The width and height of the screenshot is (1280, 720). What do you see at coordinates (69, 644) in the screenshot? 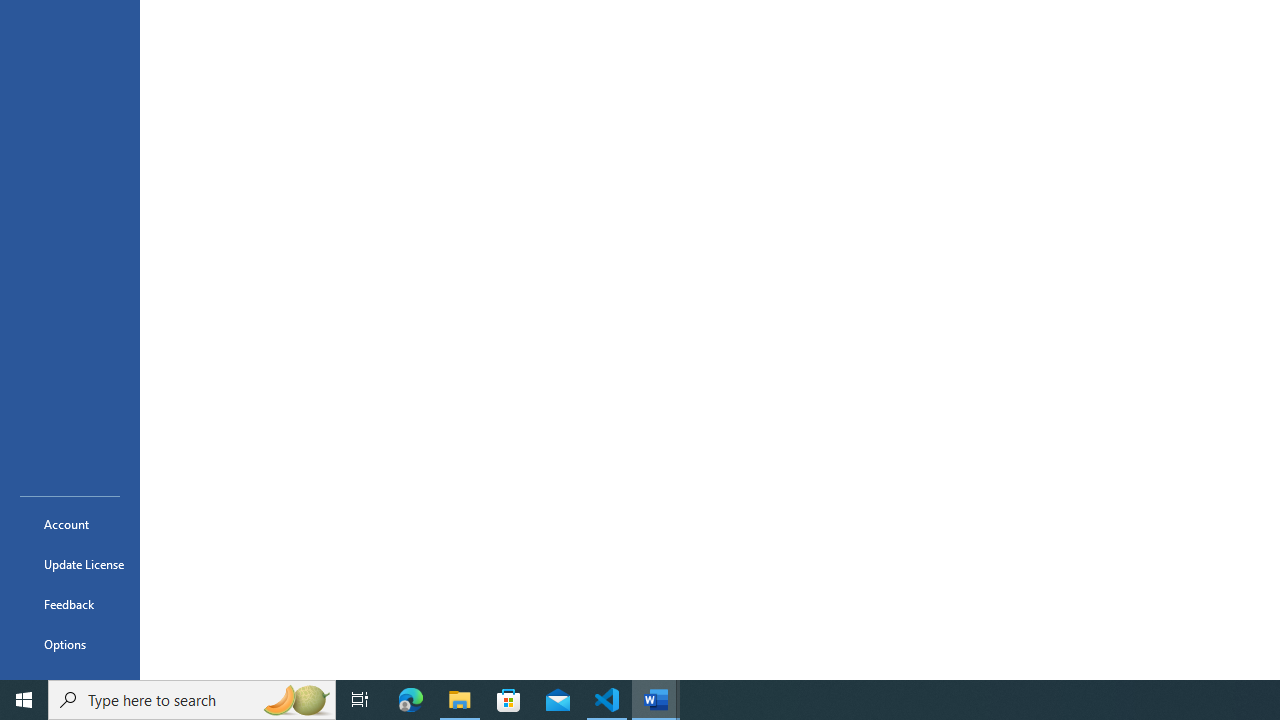
I see `'Options'` at bounding box center [69, 644].